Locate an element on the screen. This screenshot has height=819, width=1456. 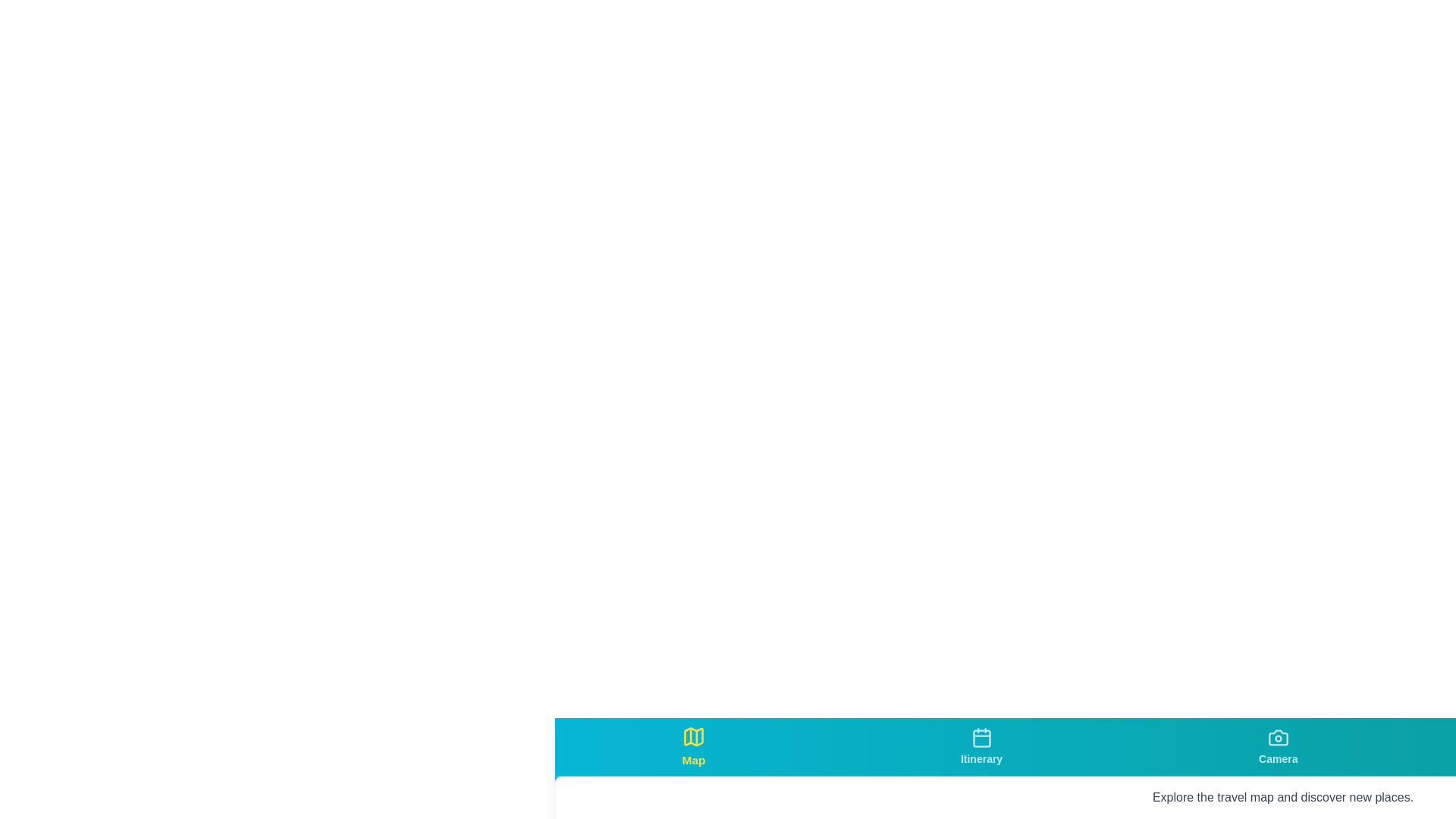
the Map tab to activate it is located at coordinates (692, 745).